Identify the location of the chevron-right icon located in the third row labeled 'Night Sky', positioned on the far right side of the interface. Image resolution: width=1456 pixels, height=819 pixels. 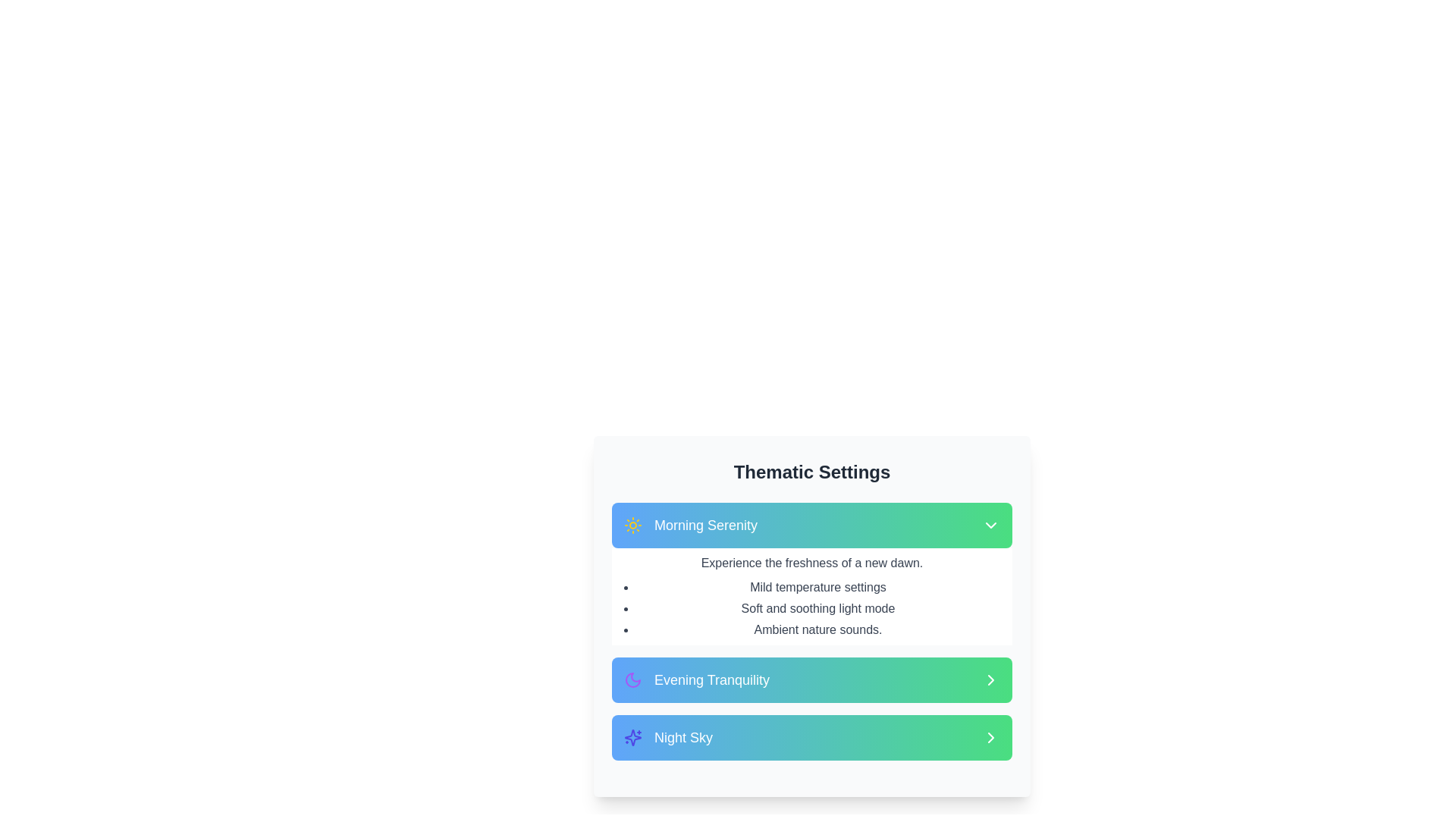
(990, 736).